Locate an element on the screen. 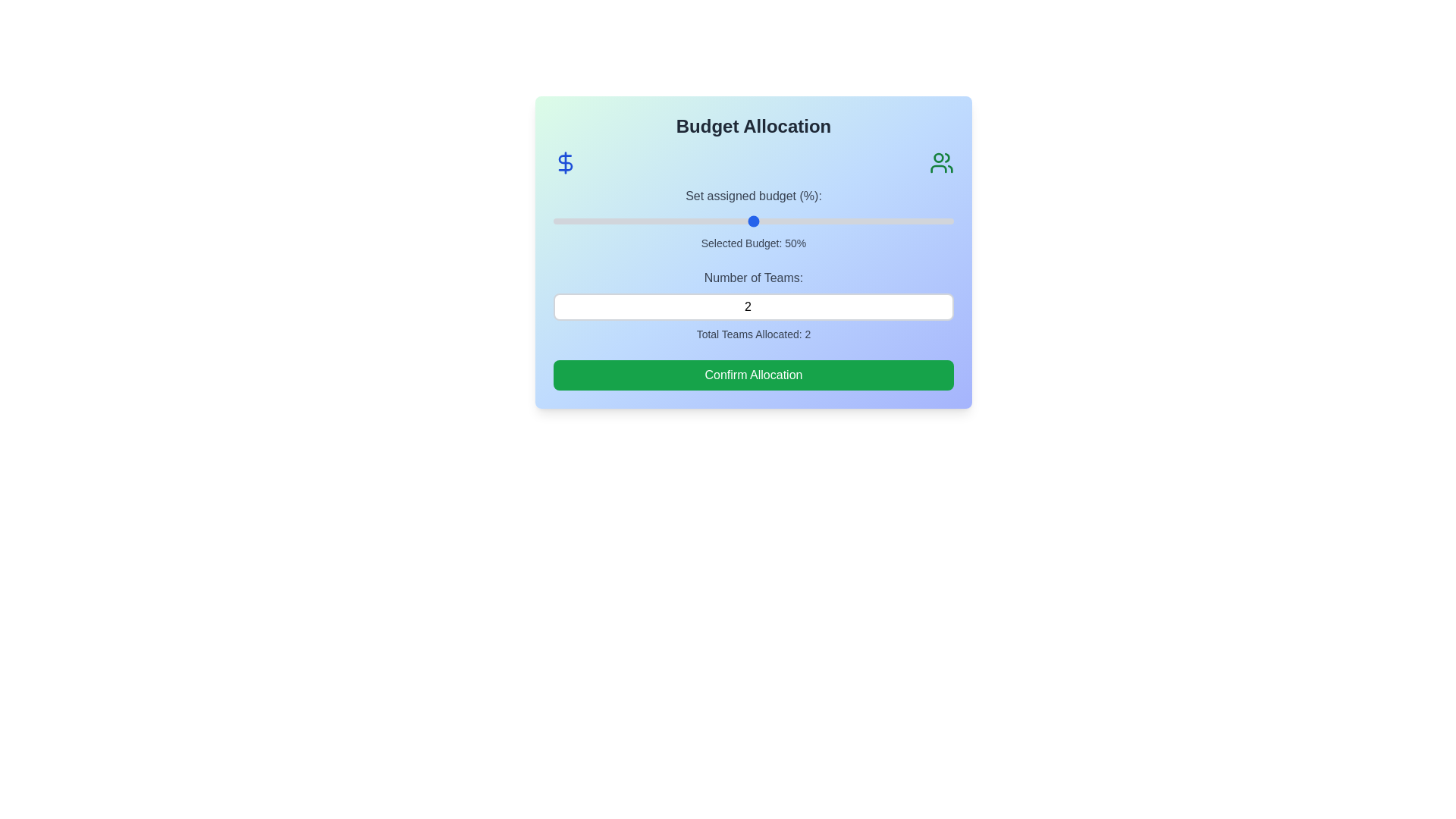 The height and width of the screenshot is (819, 1456). the budget slider to set the budget to 22% is located at coordinates (642, 221).